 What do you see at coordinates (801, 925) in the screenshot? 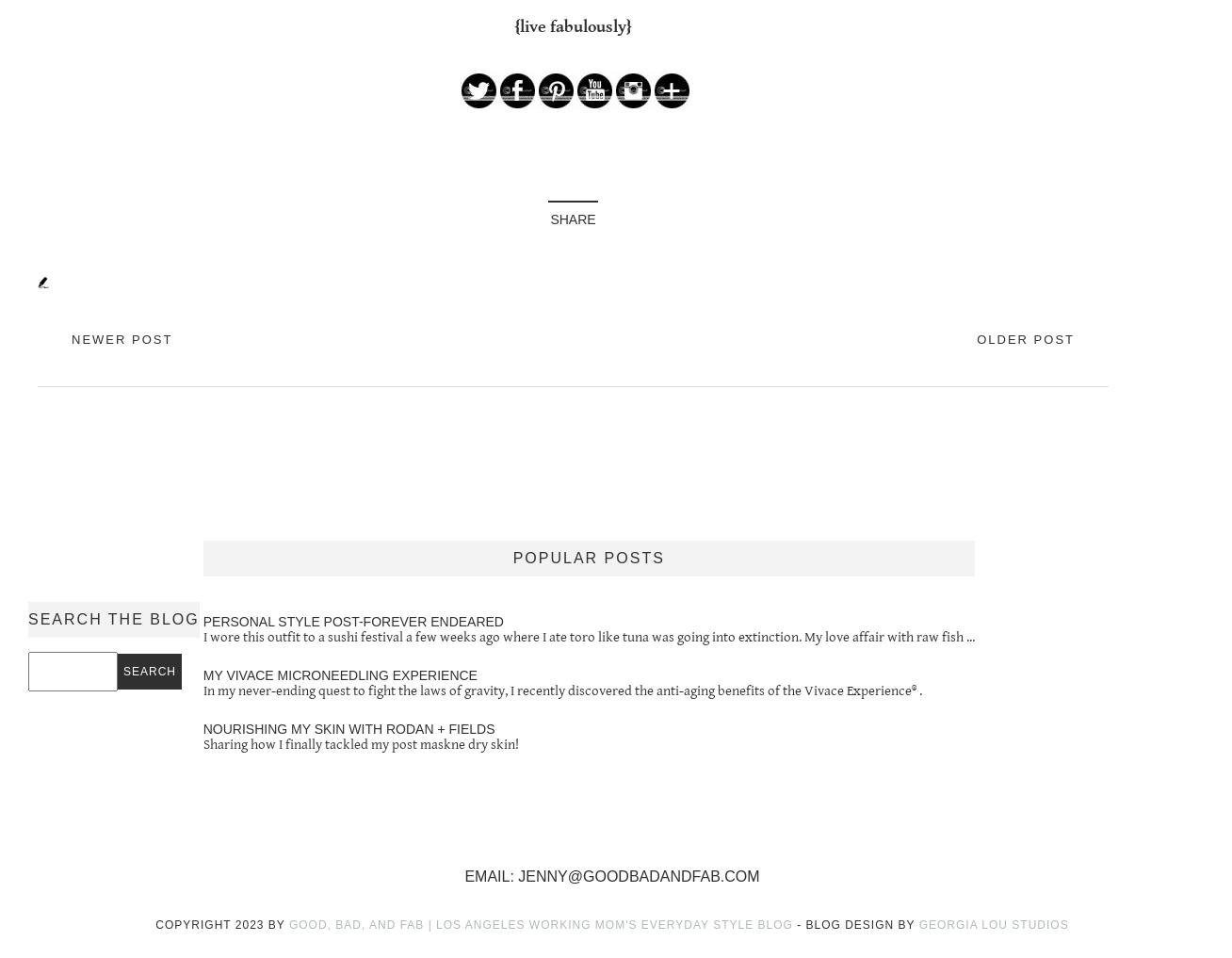
I see `'-'` at bounding box center [801, 925].